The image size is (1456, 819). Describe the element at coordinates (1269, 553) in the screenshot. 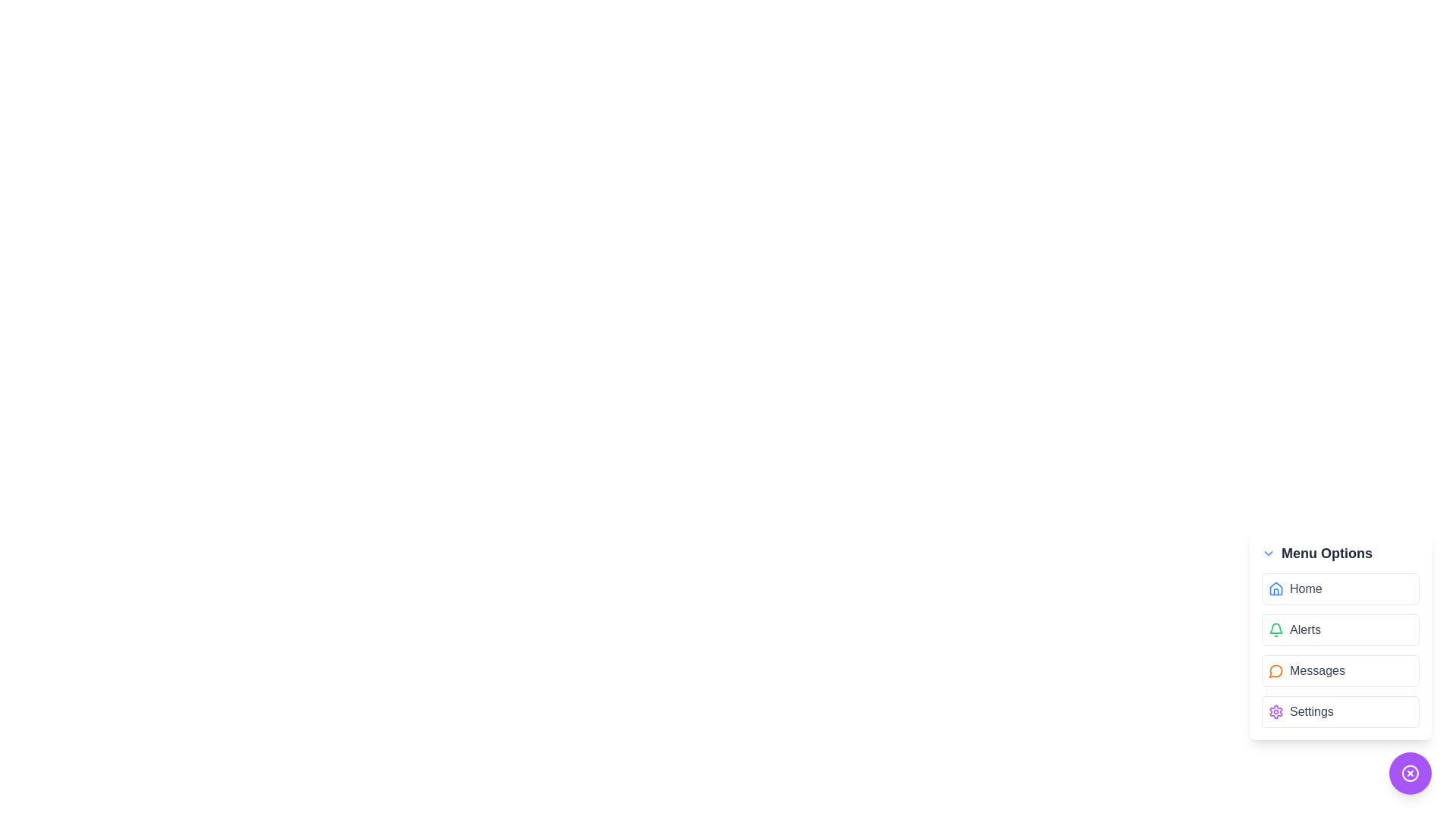

I see `the small blue downward-pointing chevron icon located to the left of the 'Menu Options' header` at that location.